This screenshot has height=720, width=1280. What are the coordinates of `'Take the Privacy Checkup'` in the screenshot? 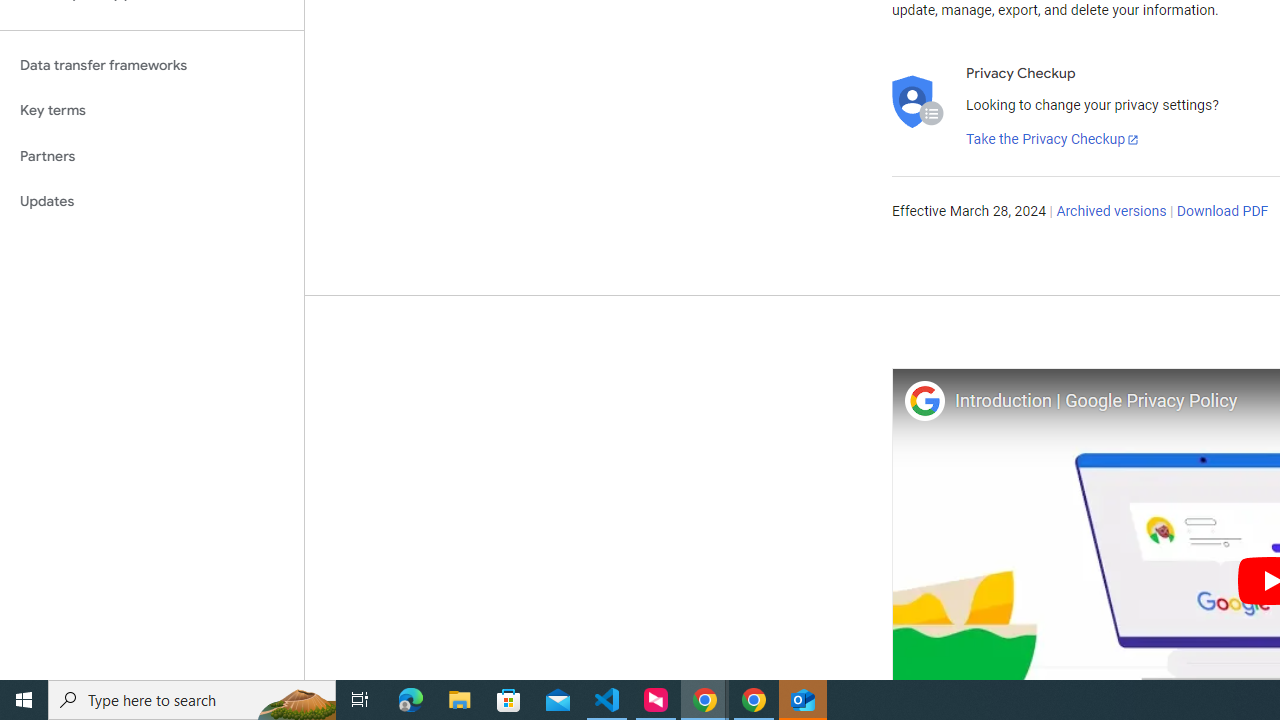 It's located at (1052, 139).